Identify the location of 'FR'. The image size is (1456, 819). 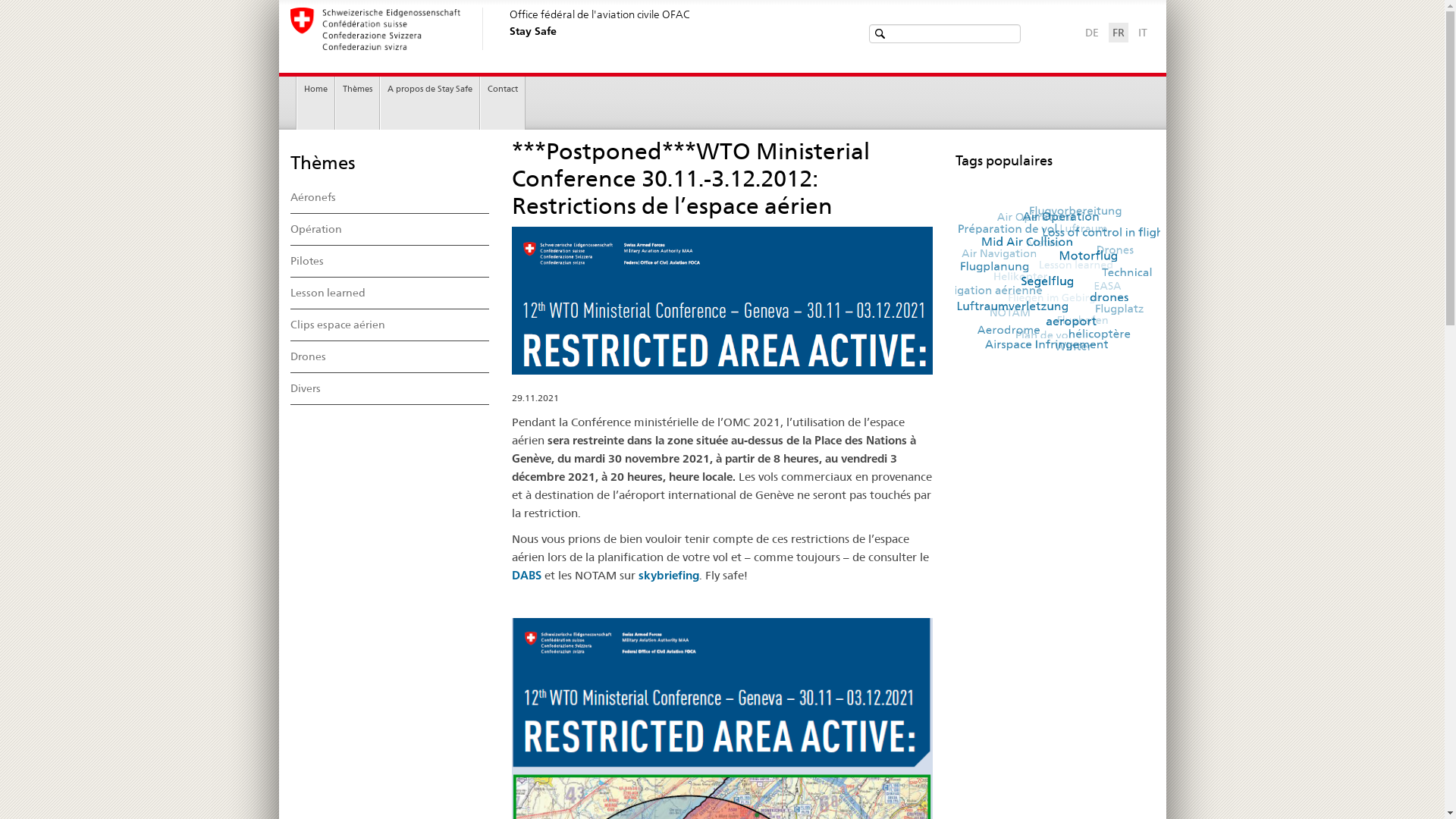
(1111, 32).